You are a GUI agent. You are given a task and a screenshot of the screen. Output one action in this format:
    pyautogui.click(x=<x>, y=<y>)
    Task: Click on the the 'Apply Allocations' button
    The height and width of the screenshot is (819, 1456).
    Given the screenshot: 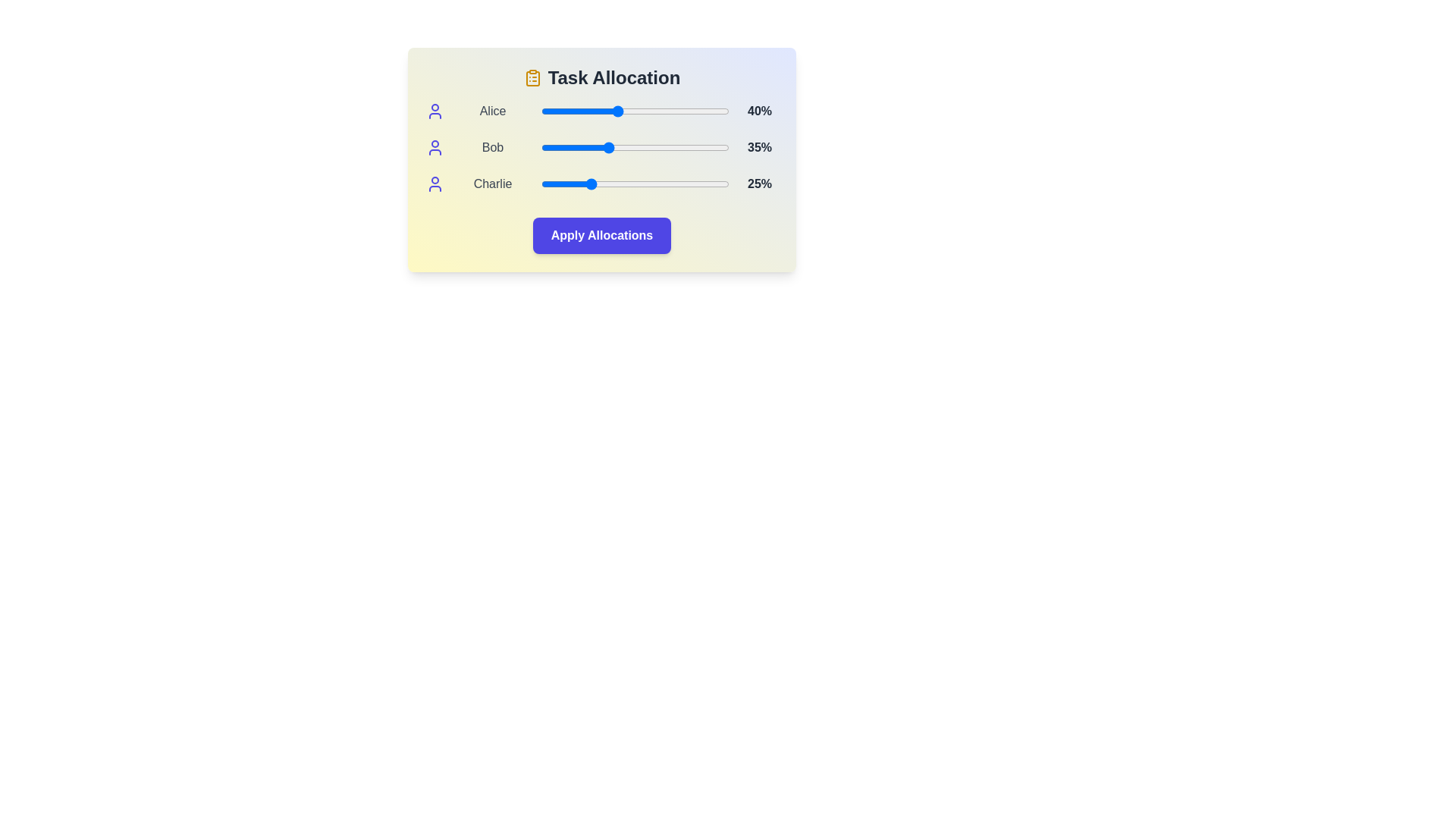 What is the action you would take?
    pyautogui.click(x=601, y=236)
    